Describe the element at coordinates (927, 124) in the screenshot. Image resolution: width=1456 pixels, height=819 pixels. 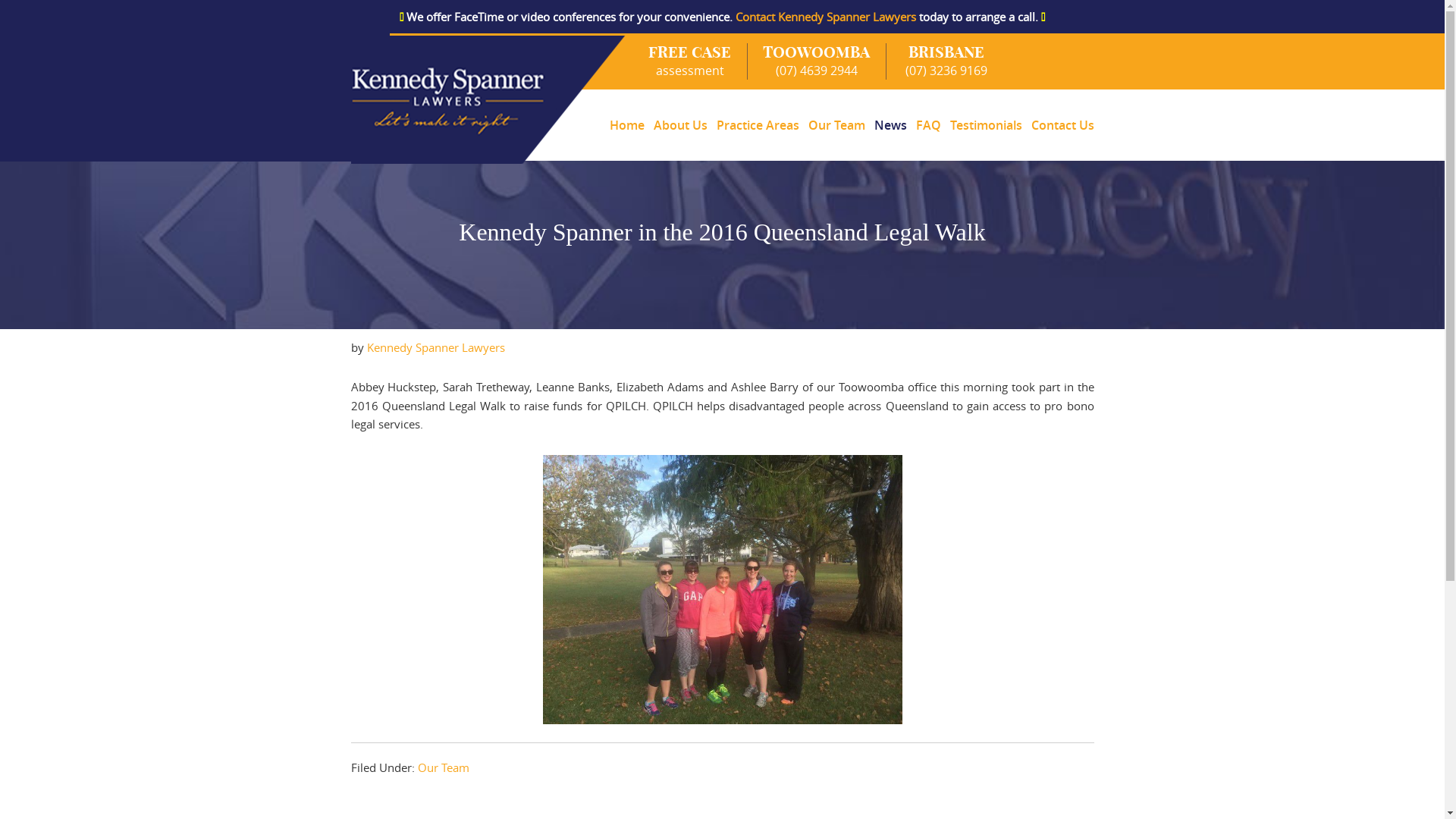
I see `'FAQ'` at that location.